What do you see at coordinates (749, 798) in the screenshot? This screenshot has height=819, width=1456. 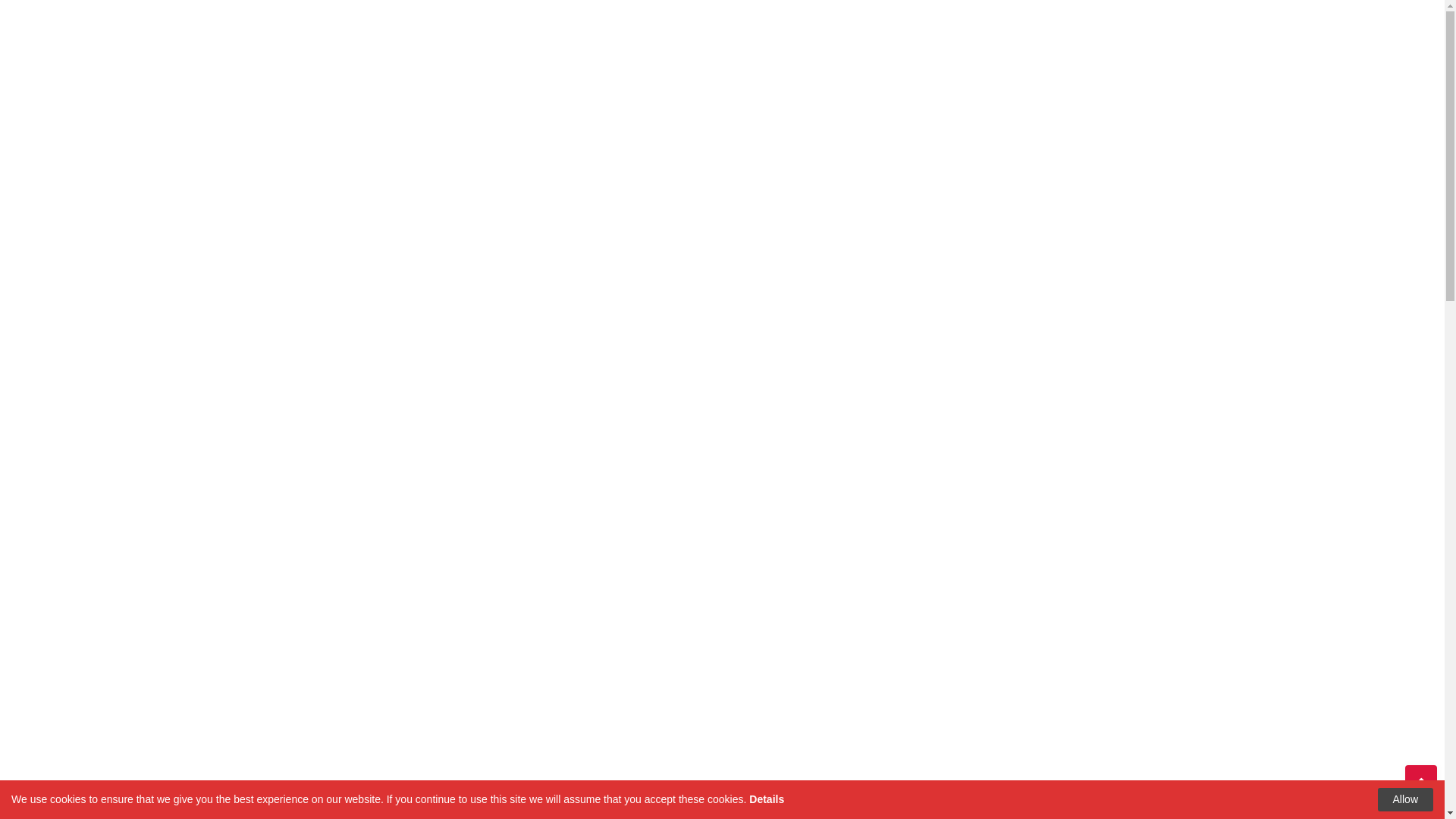 I see `'Details'` at bounding box center [749, 798].